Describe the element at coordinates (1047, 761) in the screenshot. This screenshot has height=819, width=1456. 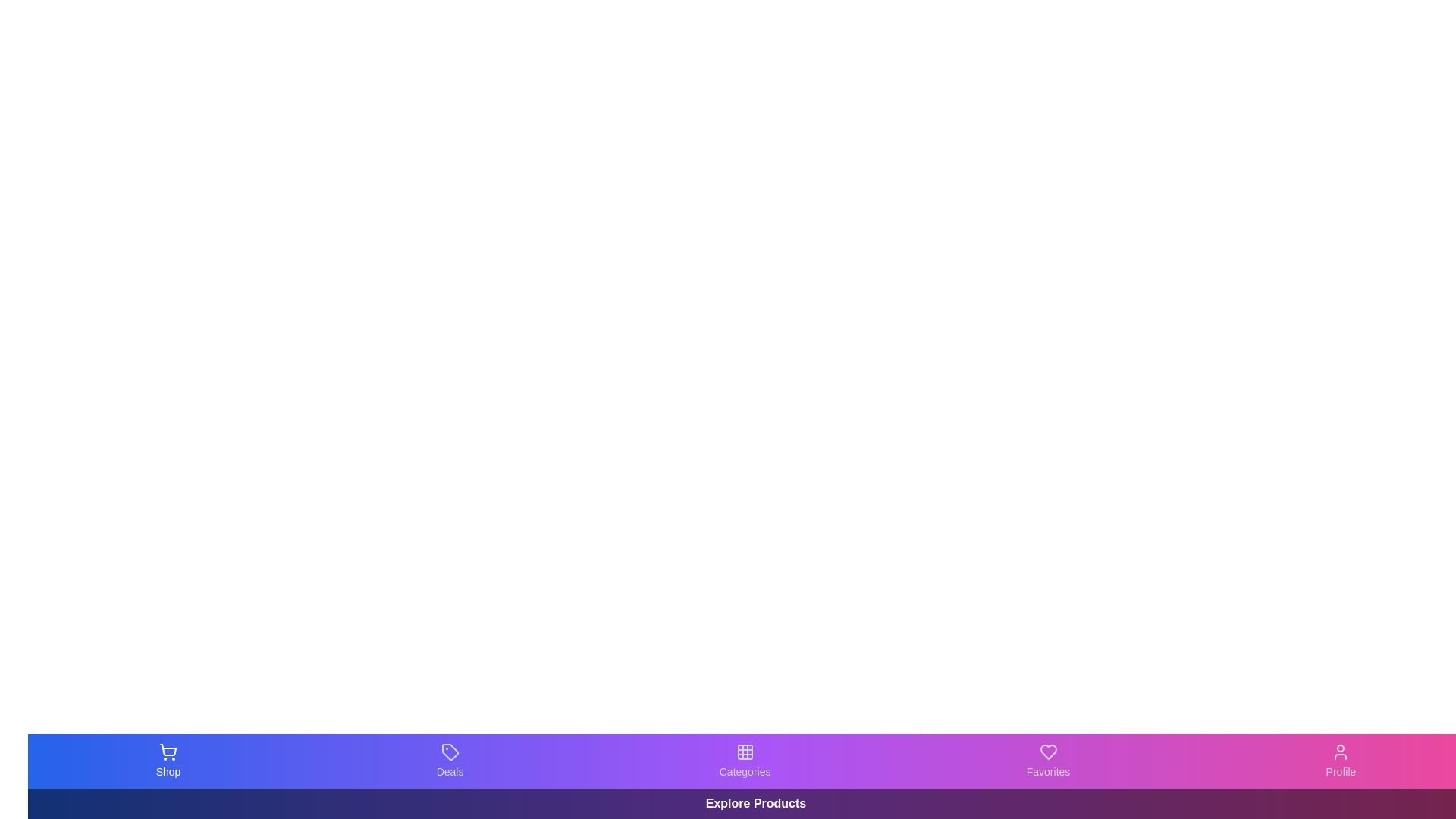
I see `the button labeled Favorites to inspect its visual hover effect` at that location.